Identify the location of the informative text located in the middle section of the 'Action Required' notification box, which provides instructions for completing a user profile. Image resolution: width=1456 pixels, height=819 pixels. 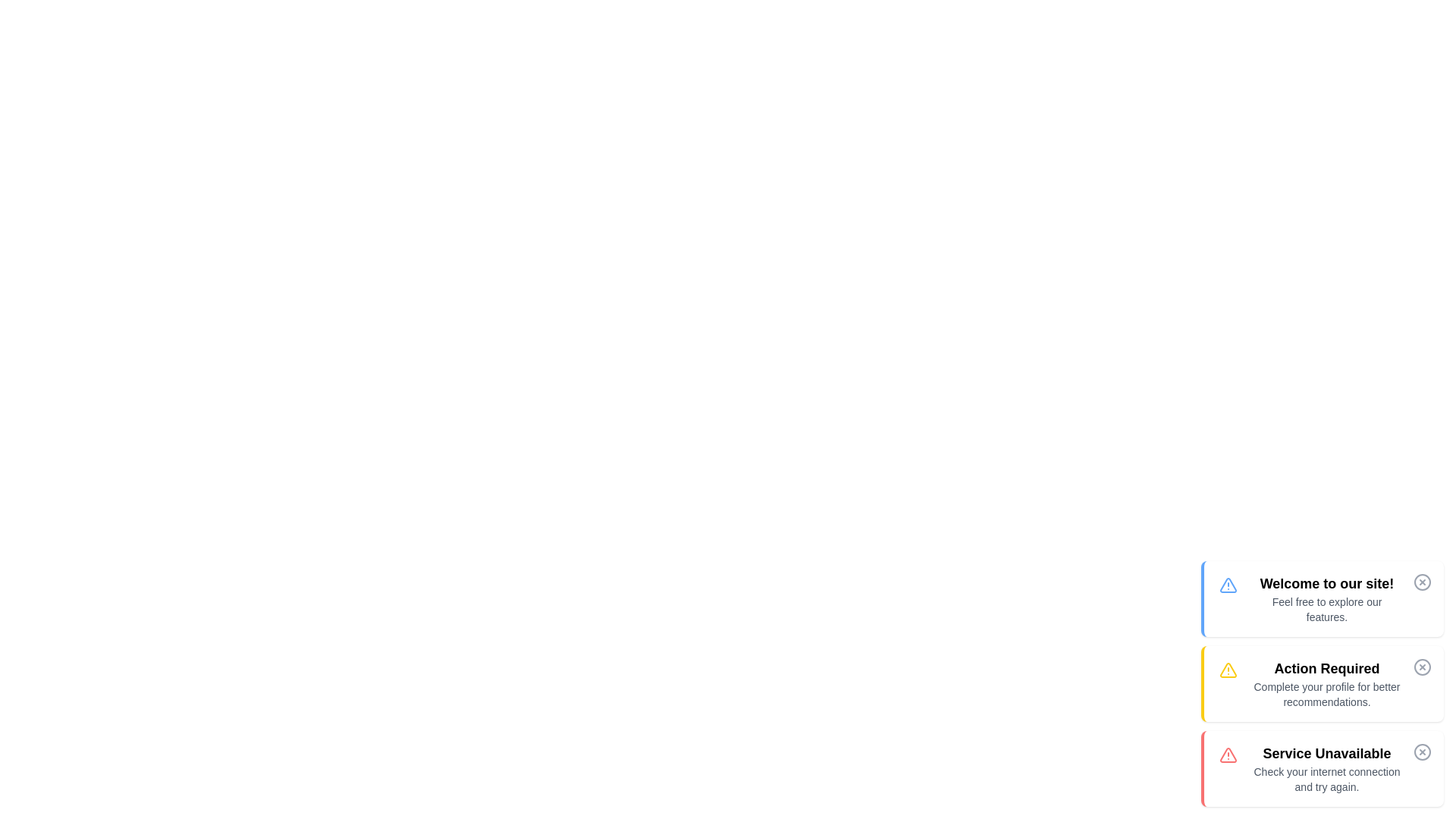
(1326, 694).